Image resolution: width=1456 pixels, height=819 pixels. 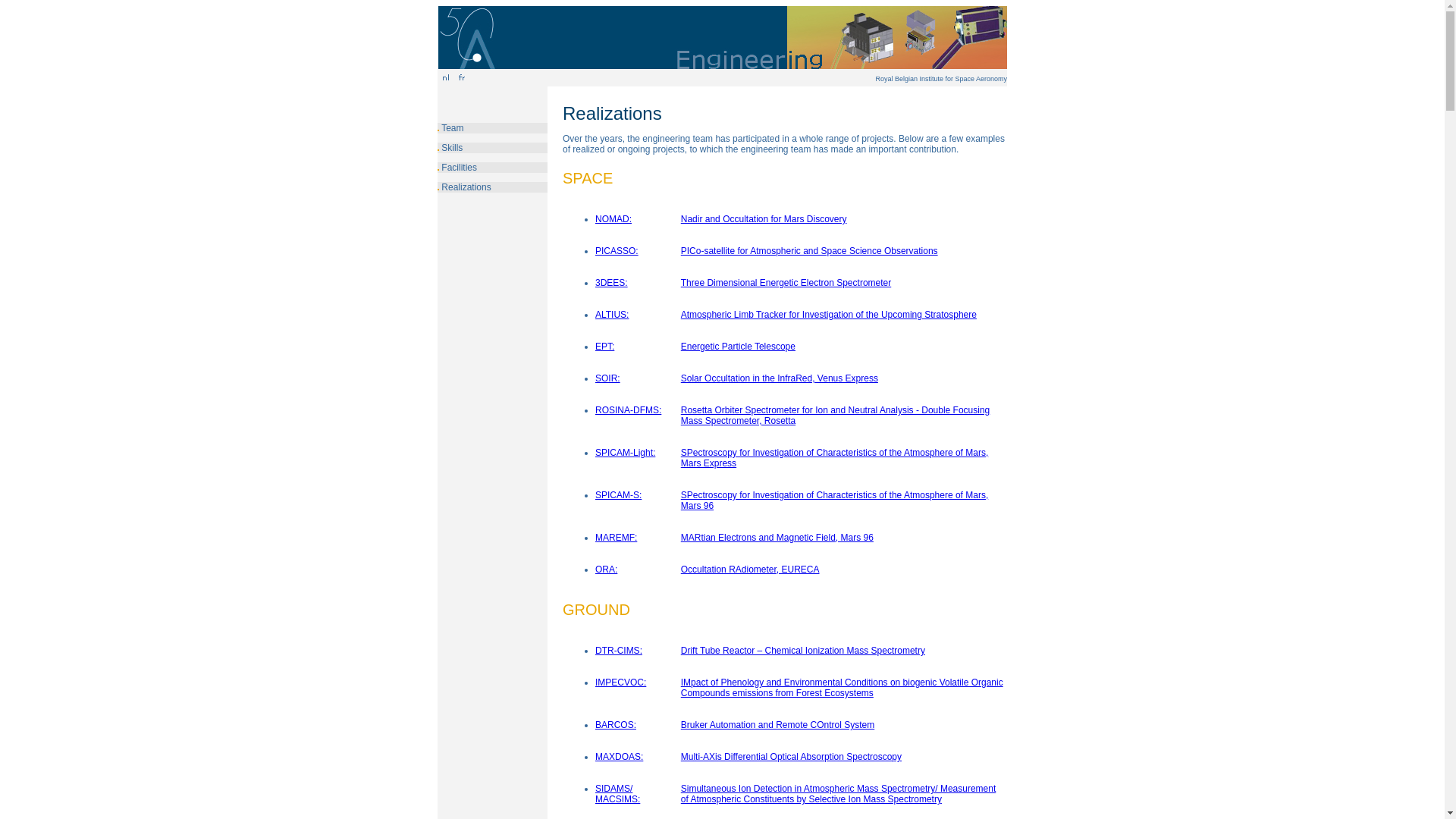 I want to click on 'NOMAD:', so click(x=613, y=219).